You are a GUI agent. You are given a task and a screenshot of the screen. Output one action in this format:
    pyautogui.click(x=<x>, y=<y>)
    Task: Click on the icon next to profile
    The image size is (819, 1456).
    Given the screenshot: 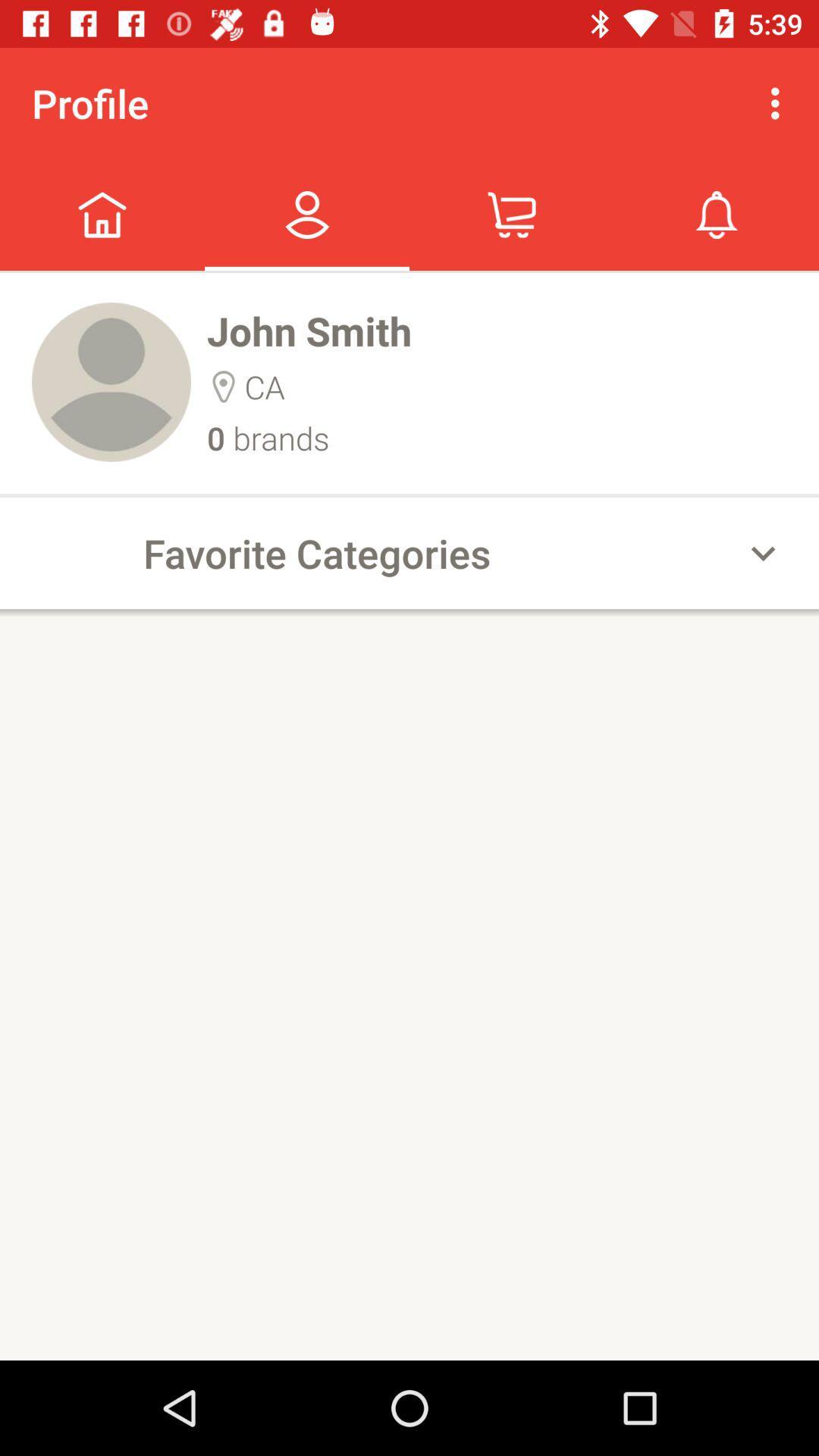 What is the action you would take?
    pyautogui.click(x=779, y=102)
    